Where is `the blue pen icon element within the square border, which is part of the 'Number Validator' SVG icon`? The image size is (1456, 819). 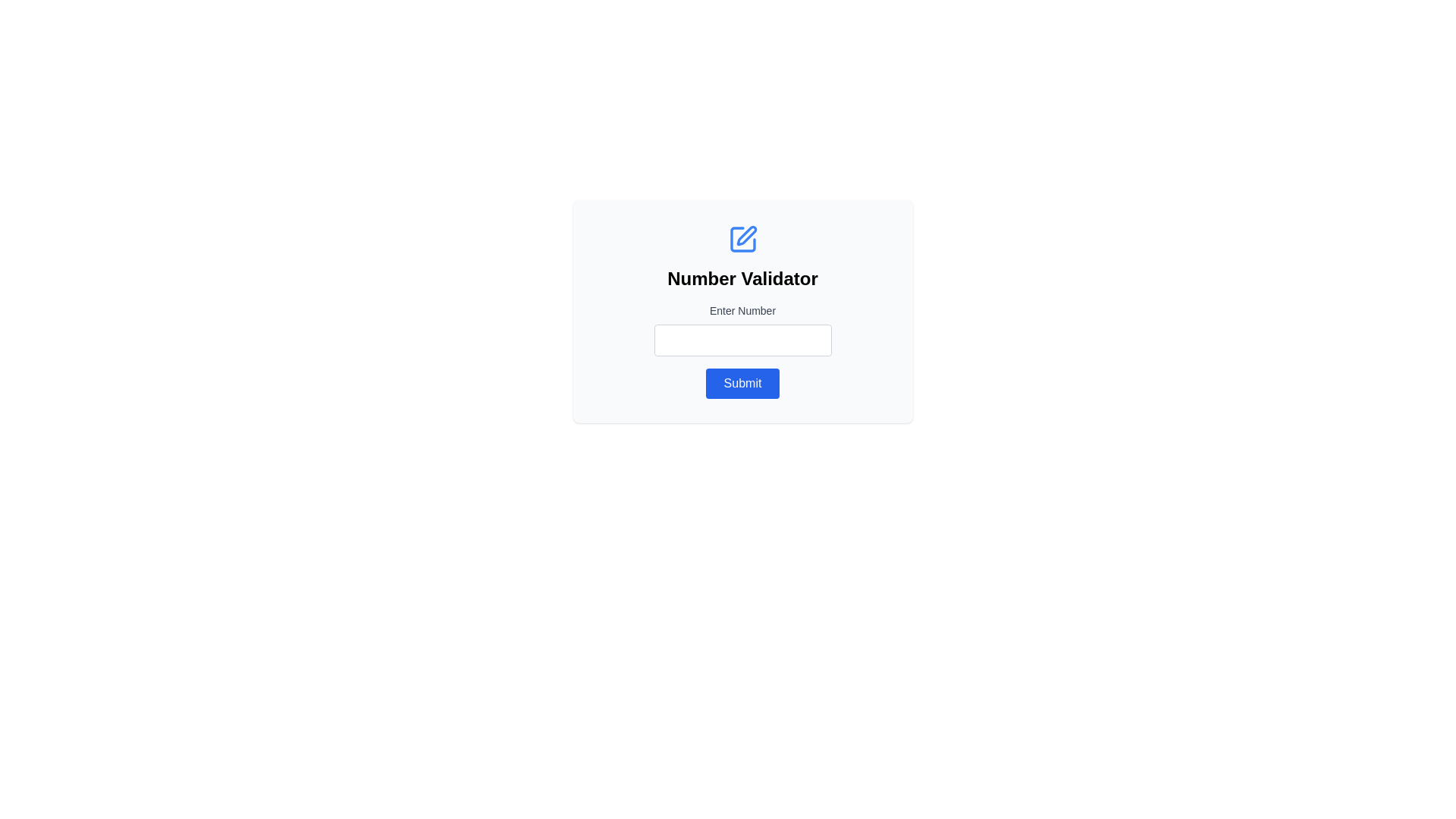
the blue pen icon element within the square border, which is part of the 'Number Validator' SVG icon is located at coordinates (746, 236).